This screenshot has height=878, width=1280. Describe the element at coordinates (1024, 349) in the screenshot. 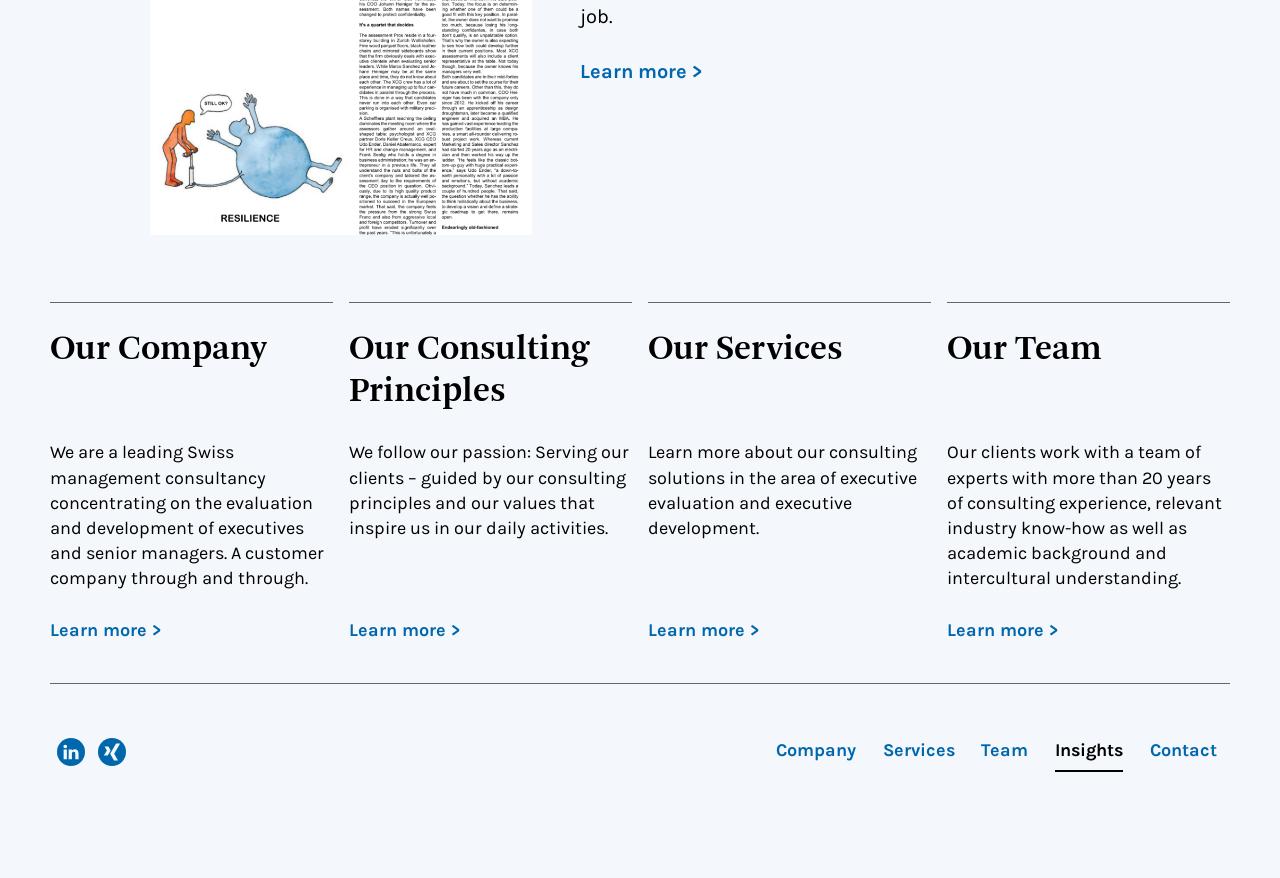

I see `'Our Team'` at that location.